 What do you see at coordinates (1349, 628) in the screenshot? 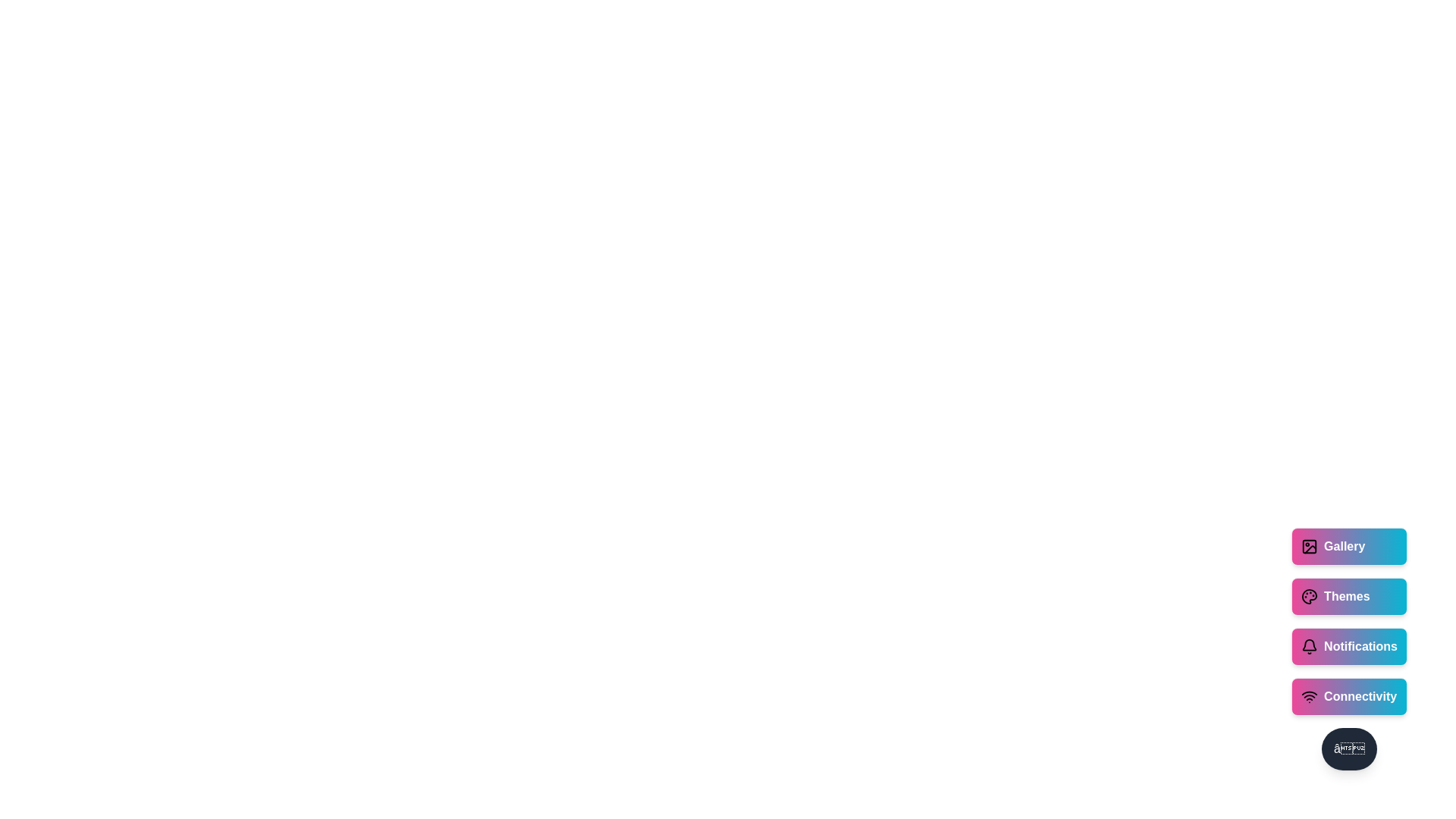
I see `the 'Notifications' button, which is the third button in a vertical stack with a gradient background and a bell icon` at bounding box center [1349, 628].